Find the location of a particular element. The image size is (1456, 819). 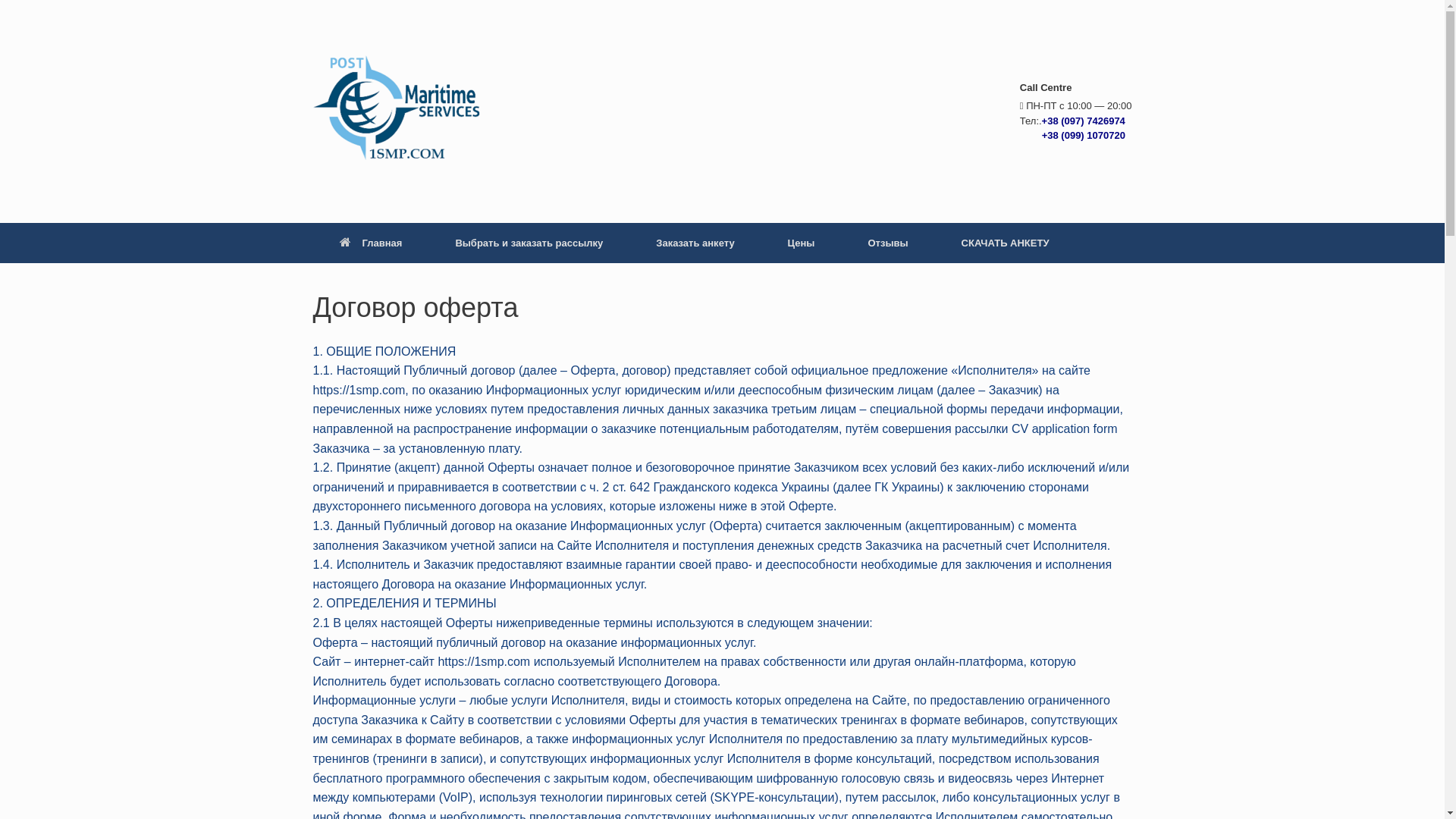

'        +38 (099) 1070720' is located at coordinates (1072, 134).